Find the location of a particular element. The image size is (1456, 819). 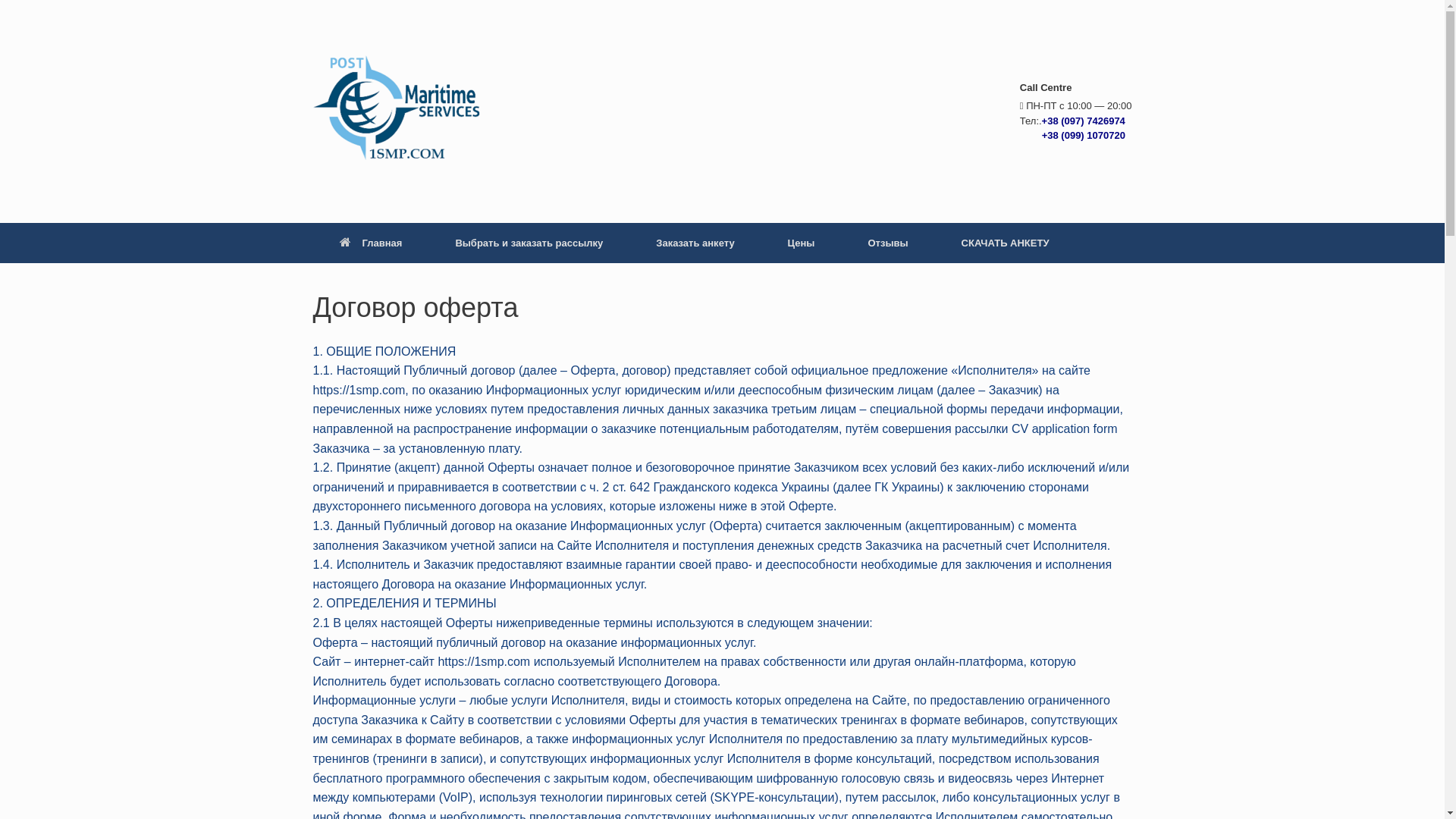

'        +38 (099) 1070720' is located at coordinates (1072, 134).